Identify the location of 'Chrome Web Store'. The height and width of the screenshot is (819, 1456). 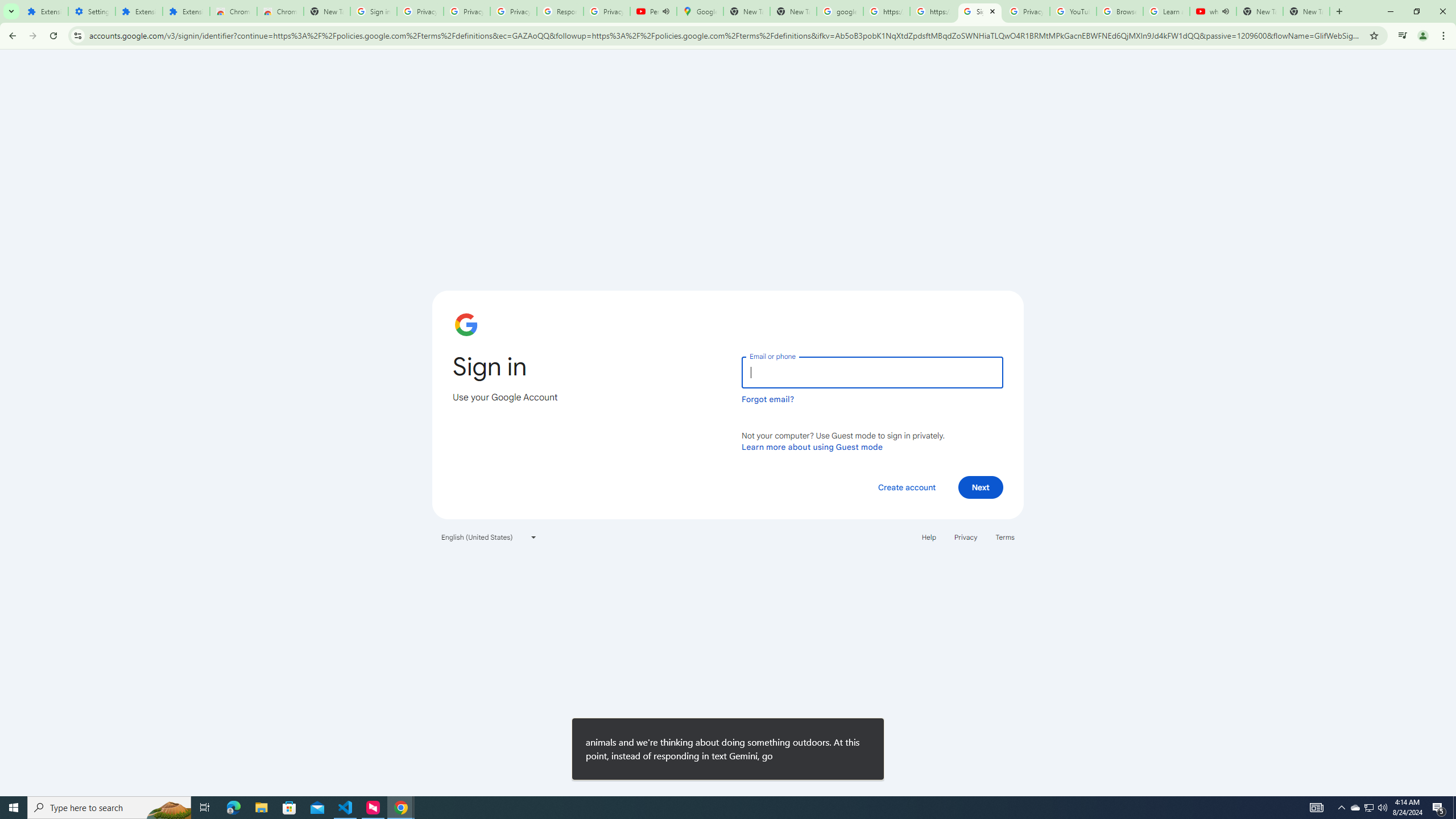
(233, 11).